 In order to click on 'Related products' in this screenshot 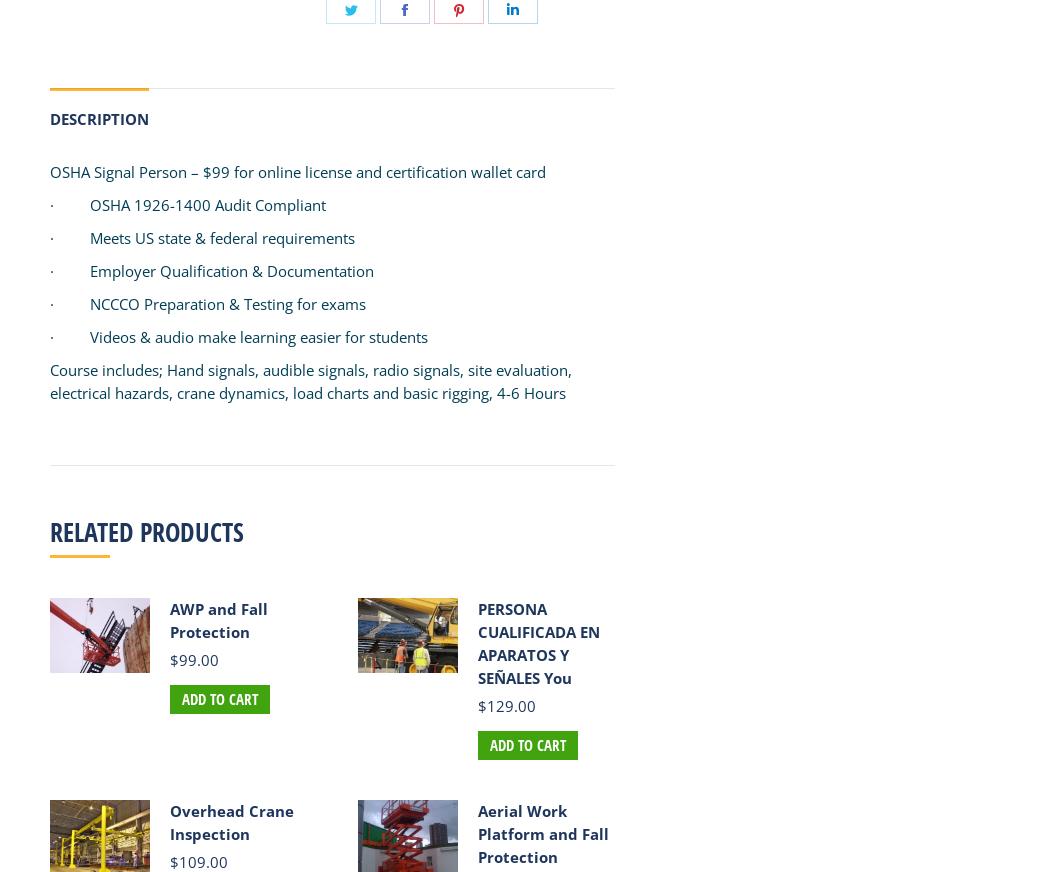, I will do `click(146, 531)`.